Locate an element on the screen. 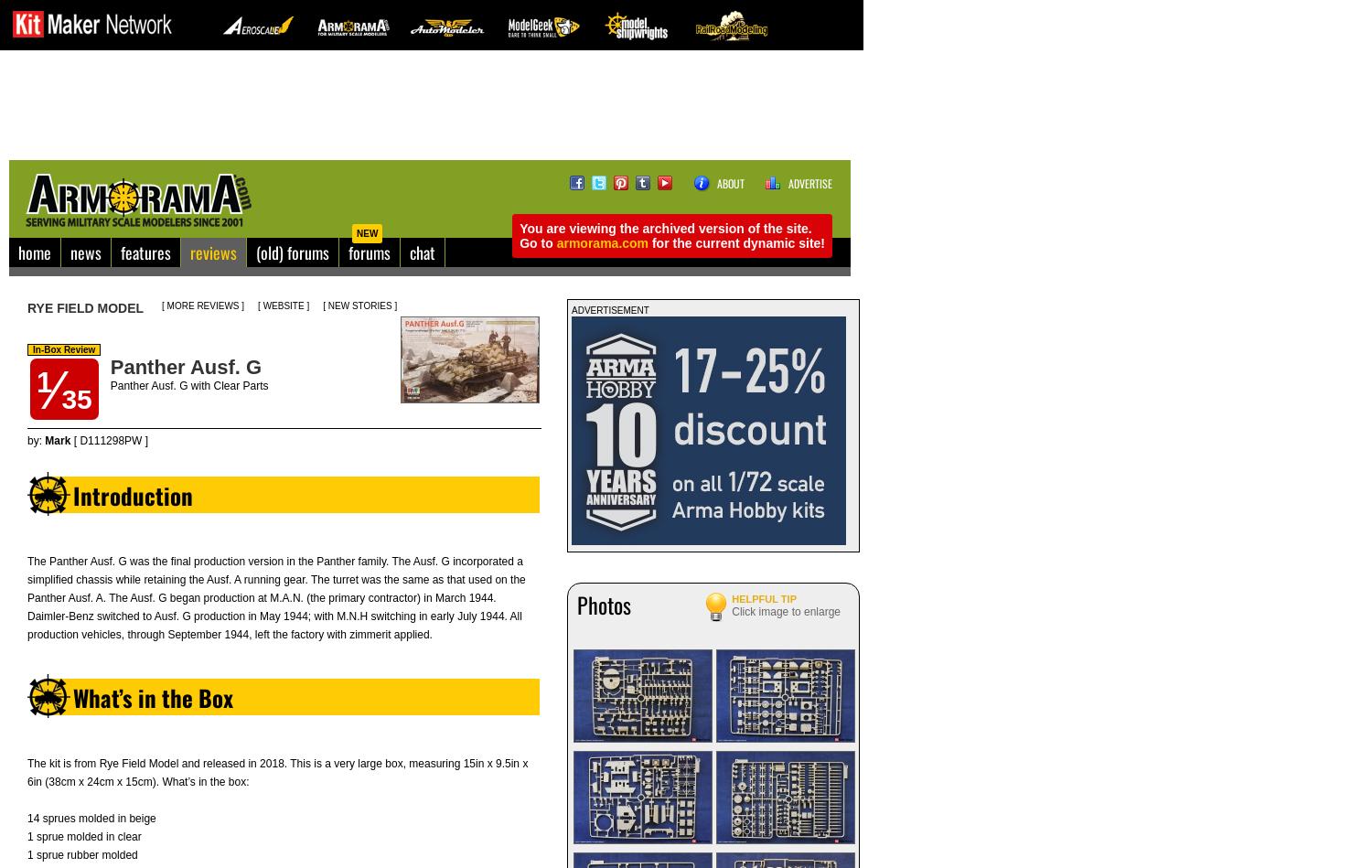 The height and width of the screenshot is (868, 1372). 'RYE FIELD MODEL' is located at coordinates (84, 307).